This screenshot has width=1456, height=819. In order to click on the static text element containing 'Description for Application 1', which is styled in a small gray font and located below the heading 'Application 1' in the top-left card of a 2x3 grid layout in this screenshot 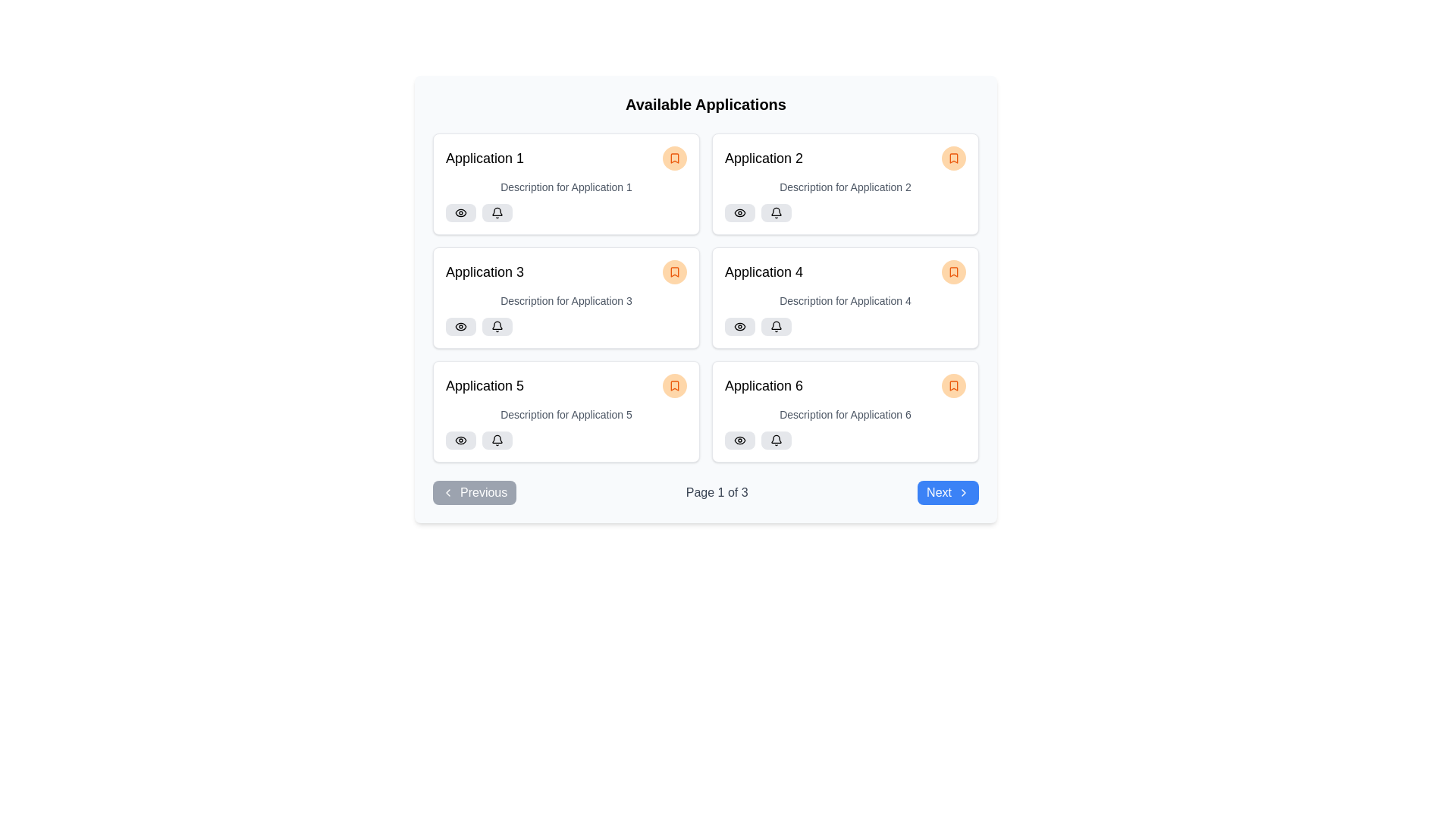, I will do `click(566, 186)`.